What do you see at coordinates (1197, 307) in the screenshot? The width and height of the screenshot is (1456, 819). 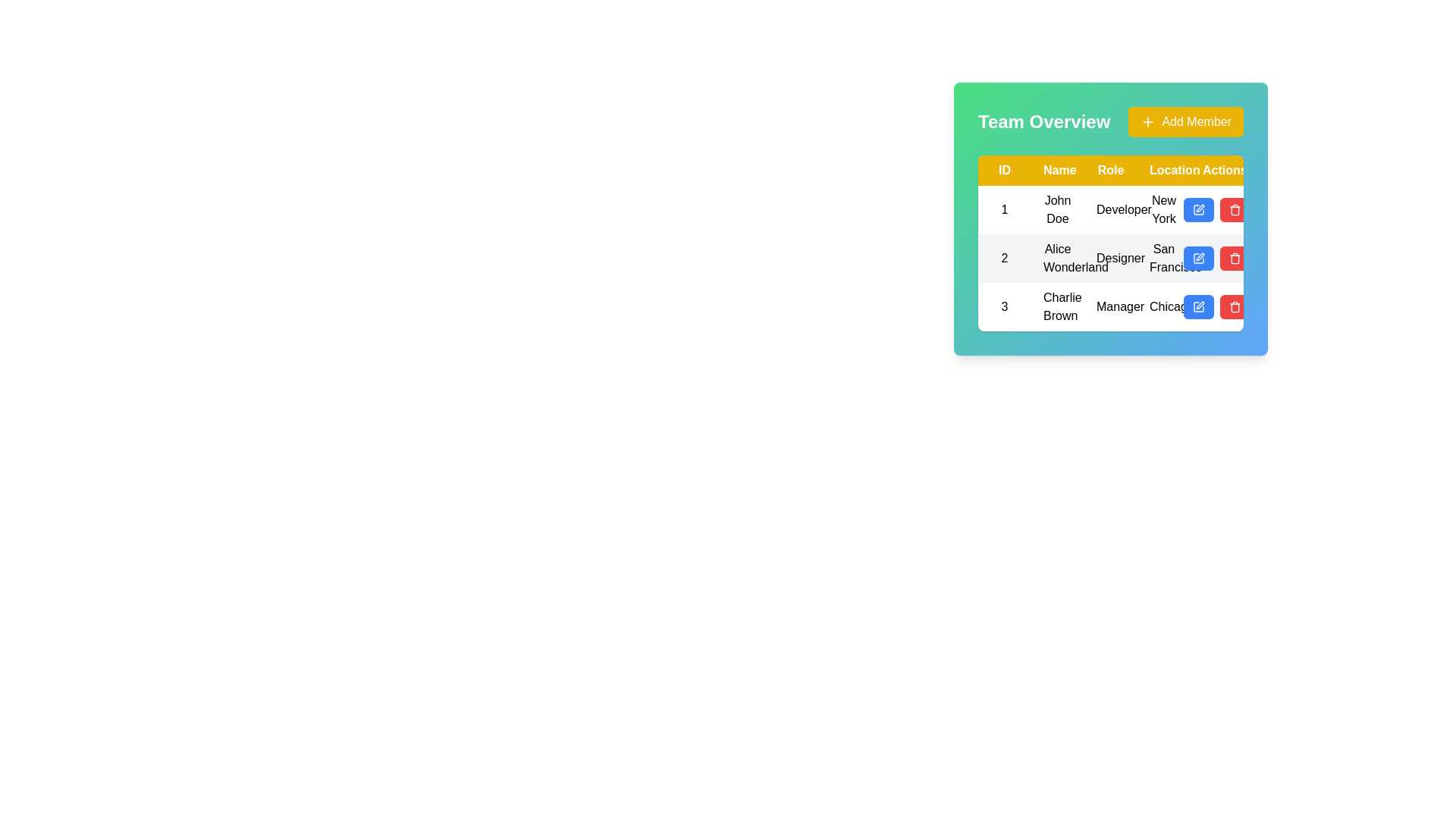 I see `the 'Edit' button located in the Actions column of the third row for 'Charlie Brown'` at bounding box center [1197, 307].